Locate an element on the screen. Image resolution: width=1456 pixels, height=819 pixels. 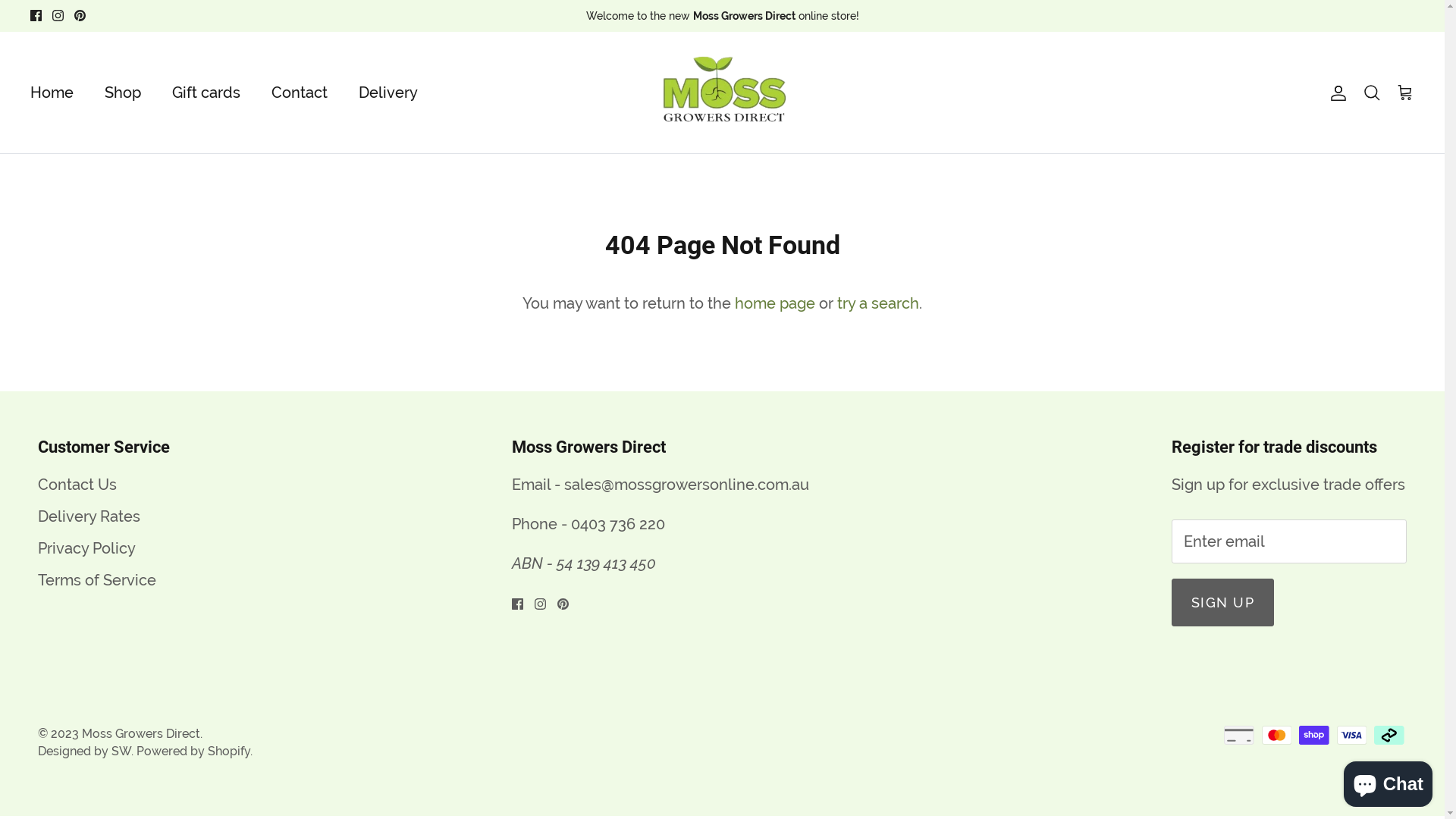
'Designed by SW' is located at coordinates (83, 751).